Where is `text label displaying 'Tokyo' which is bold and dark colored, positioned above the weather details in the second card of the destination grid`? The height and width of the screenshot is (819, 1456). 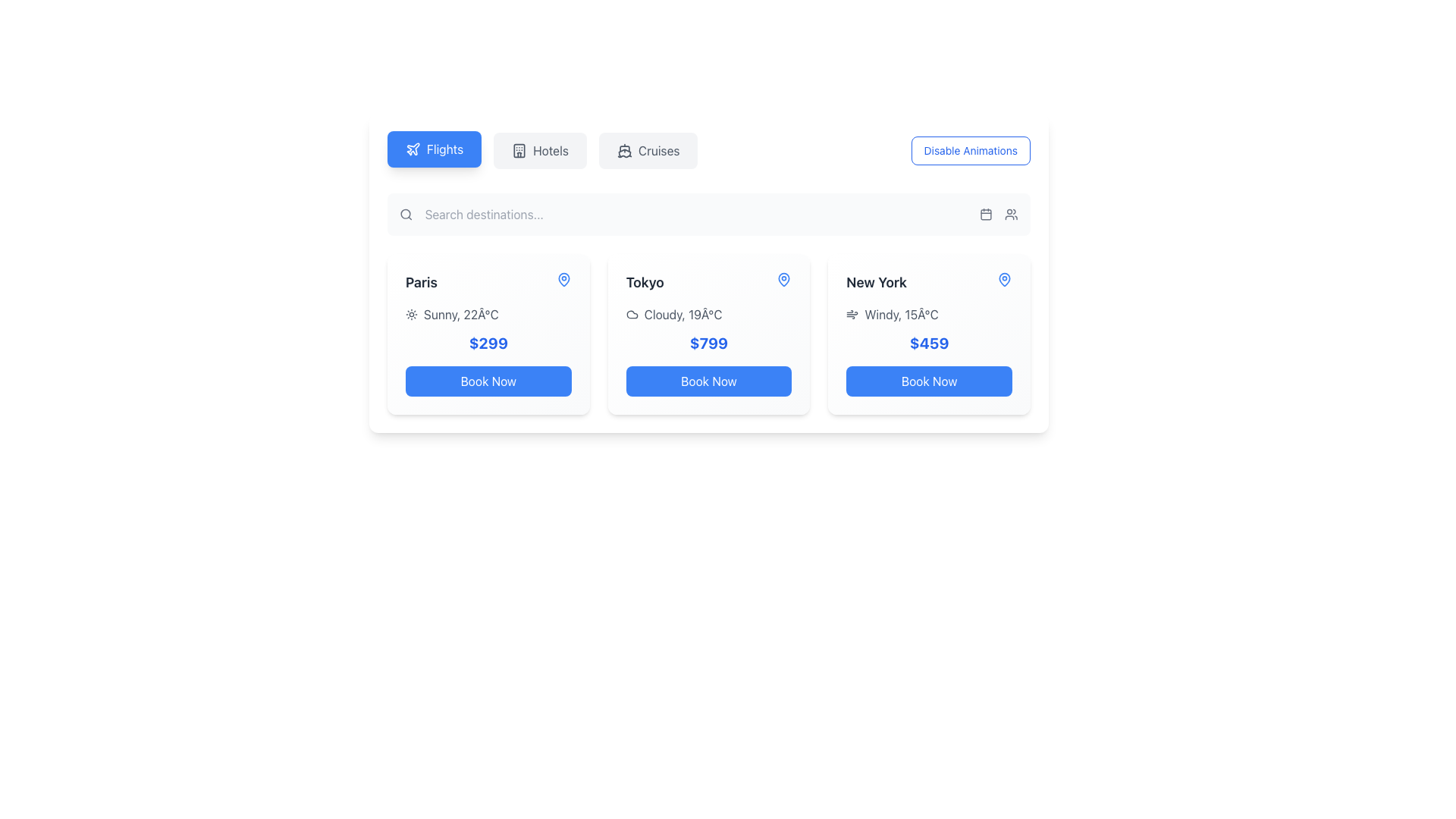
text label displaying 'Tokyo' which is bold and dark colored, positioned above the weather details in the second card of the destination grid is located at coordinates (645, 283).